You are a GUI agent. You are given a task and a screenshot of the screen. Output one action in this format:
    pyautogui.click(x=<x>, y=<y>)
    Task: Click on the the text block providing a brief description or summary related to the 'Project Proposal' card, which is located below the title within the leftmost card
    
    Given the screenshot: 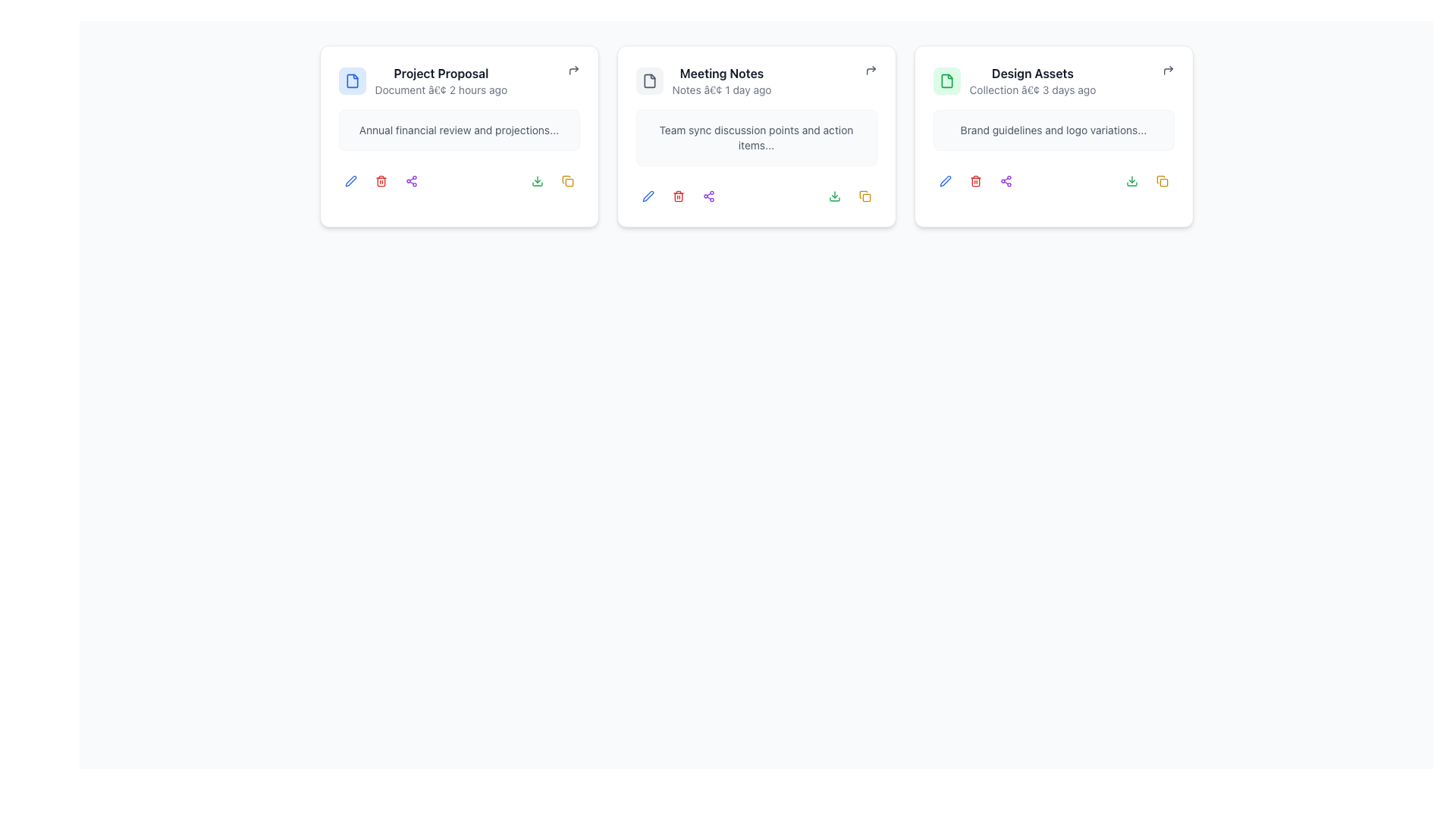 What is the action you would take?
    pyautogui.click(x=458, y=130)
    